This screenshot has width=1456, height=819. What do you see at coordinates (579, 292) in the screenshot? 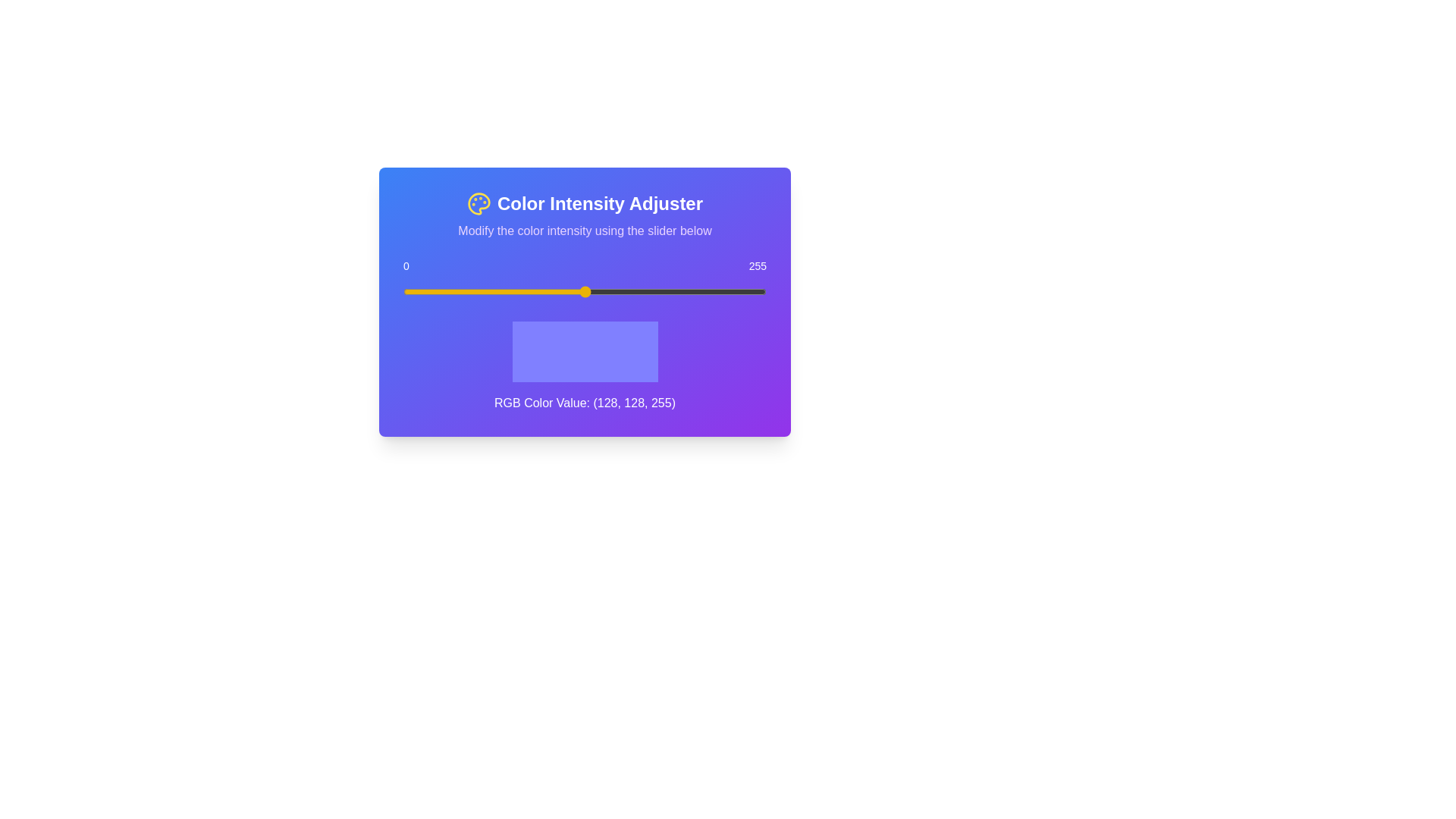
I see `the slider to set the color intensity to 124` at bounding box center [579, 292].